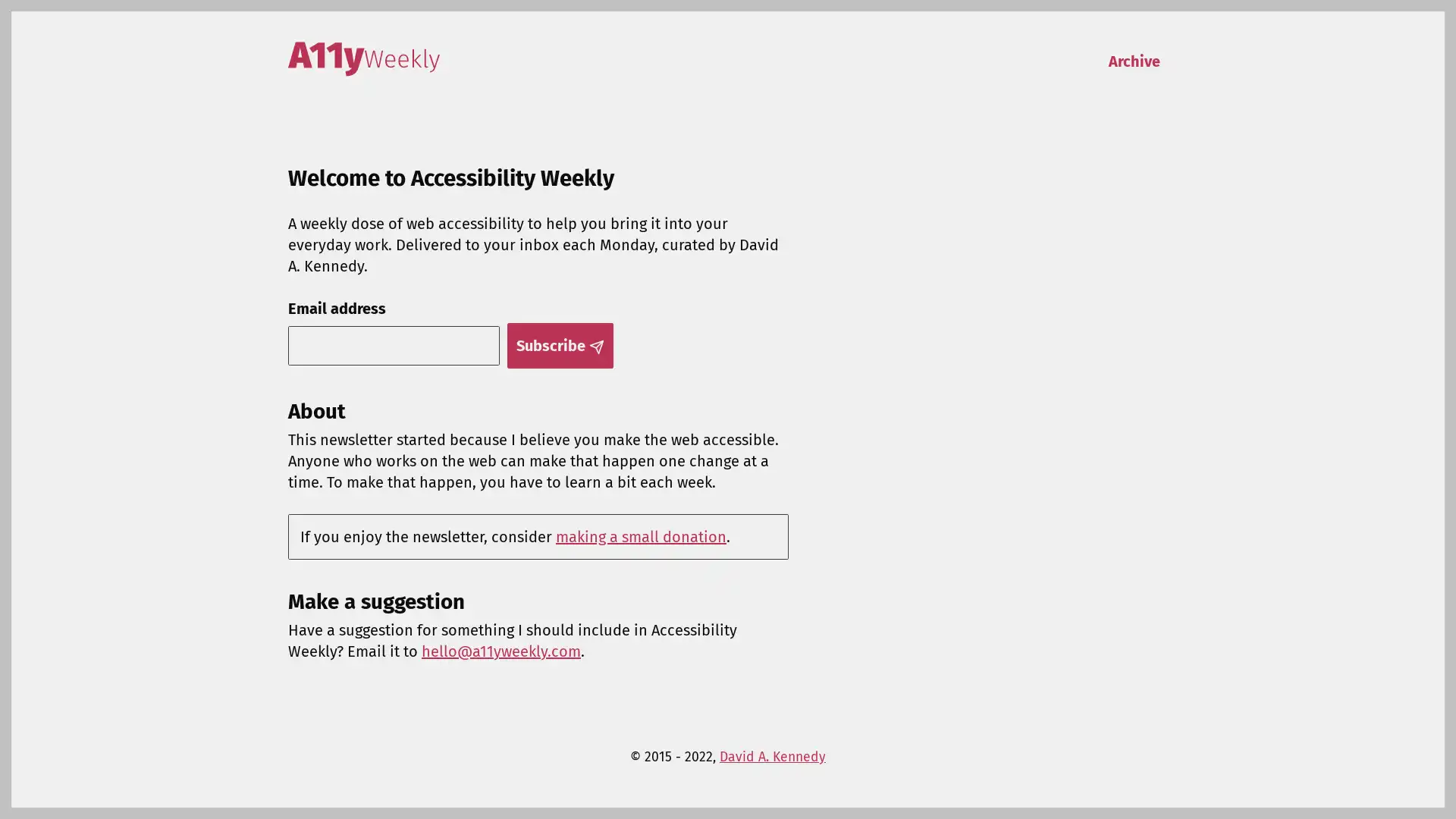 The height and width of the screenshot is (819, 1456). I want to click on Subscribe, so click(559, 345).